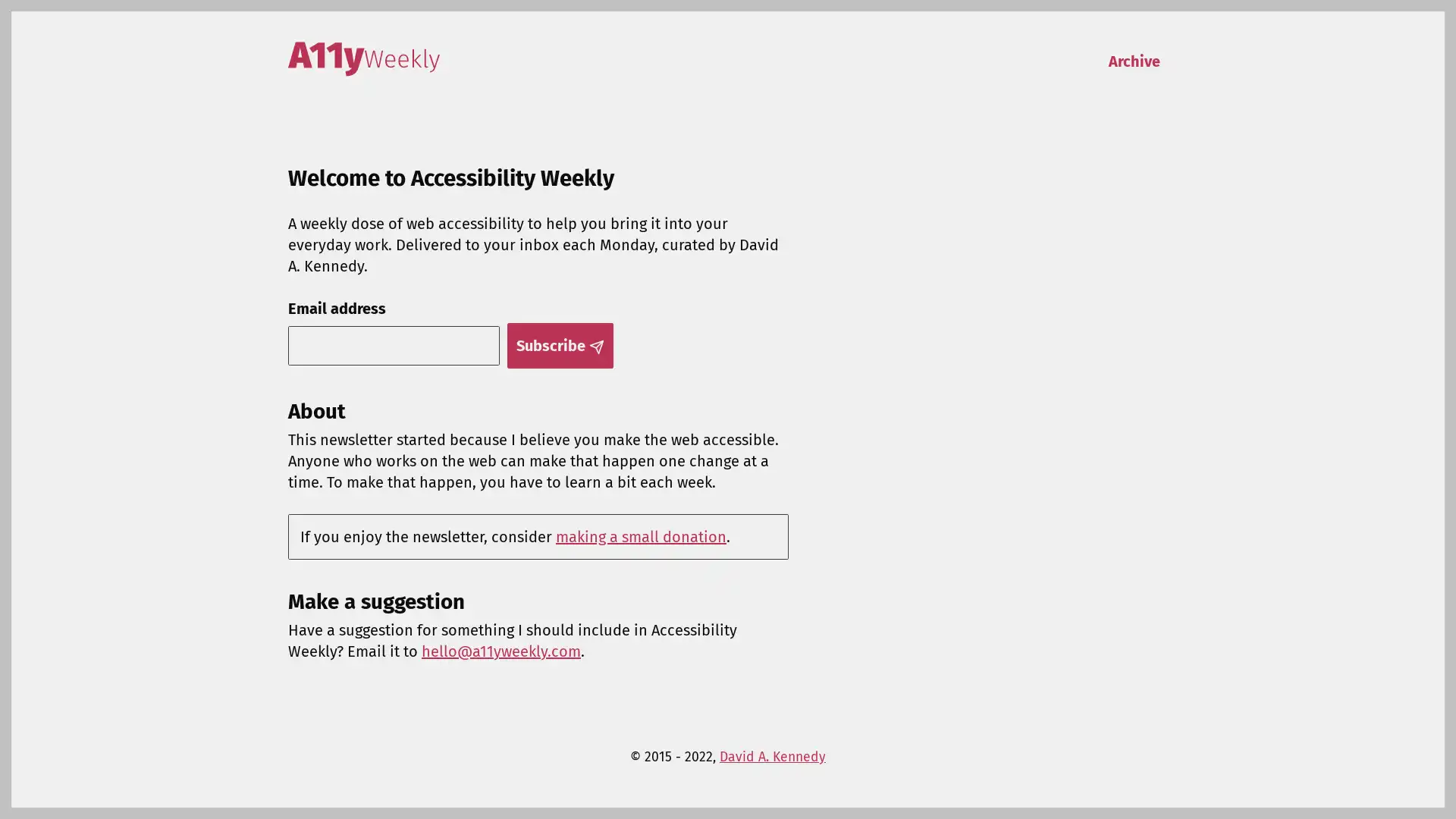 The height and width of the screenshot is (819, 1456). I want to click on Subscribe, so click(559, 345).